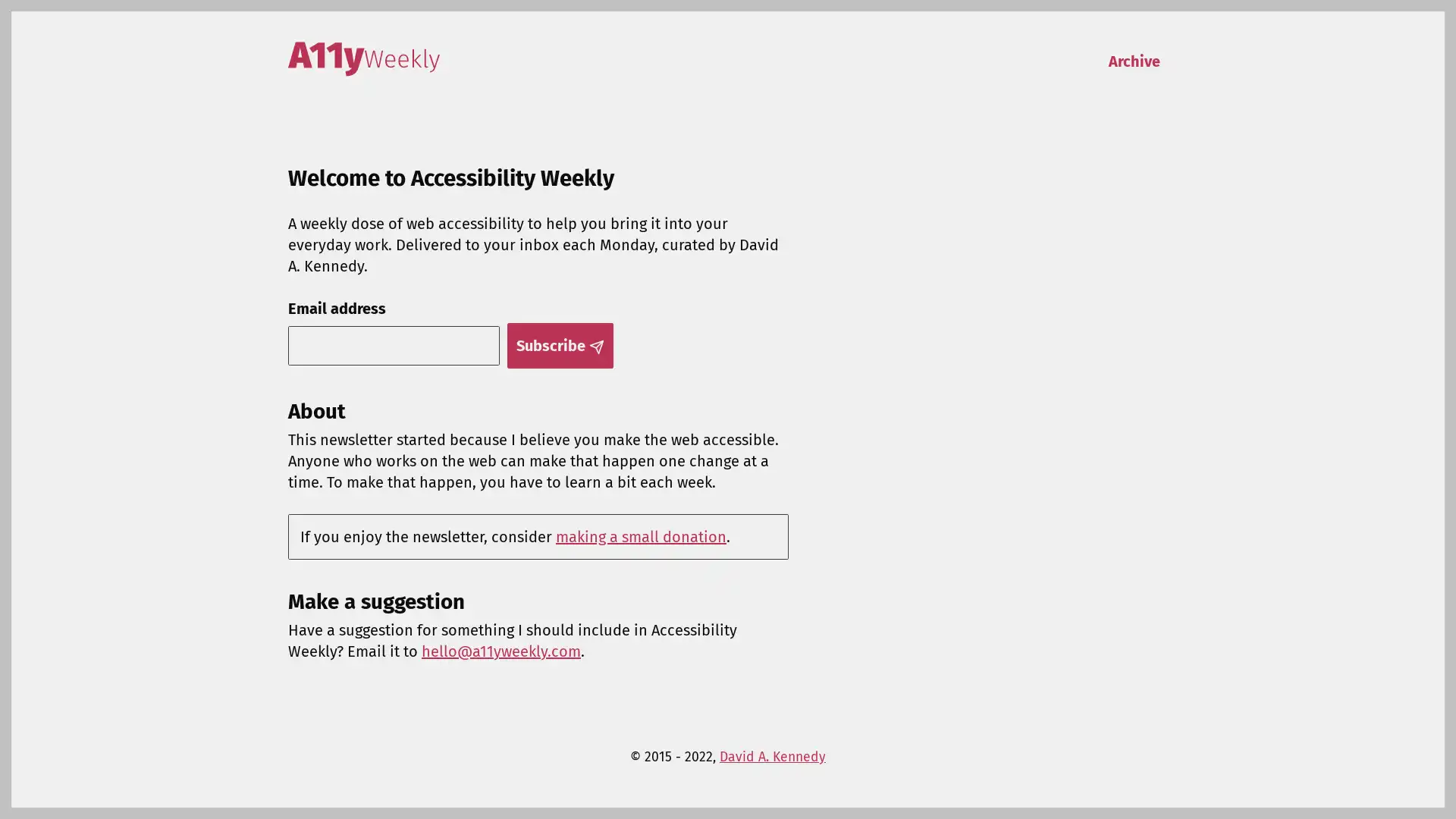 The height and width of the screenshot is (819, 1456). I want to click on Subscribe, so click(559, 345).